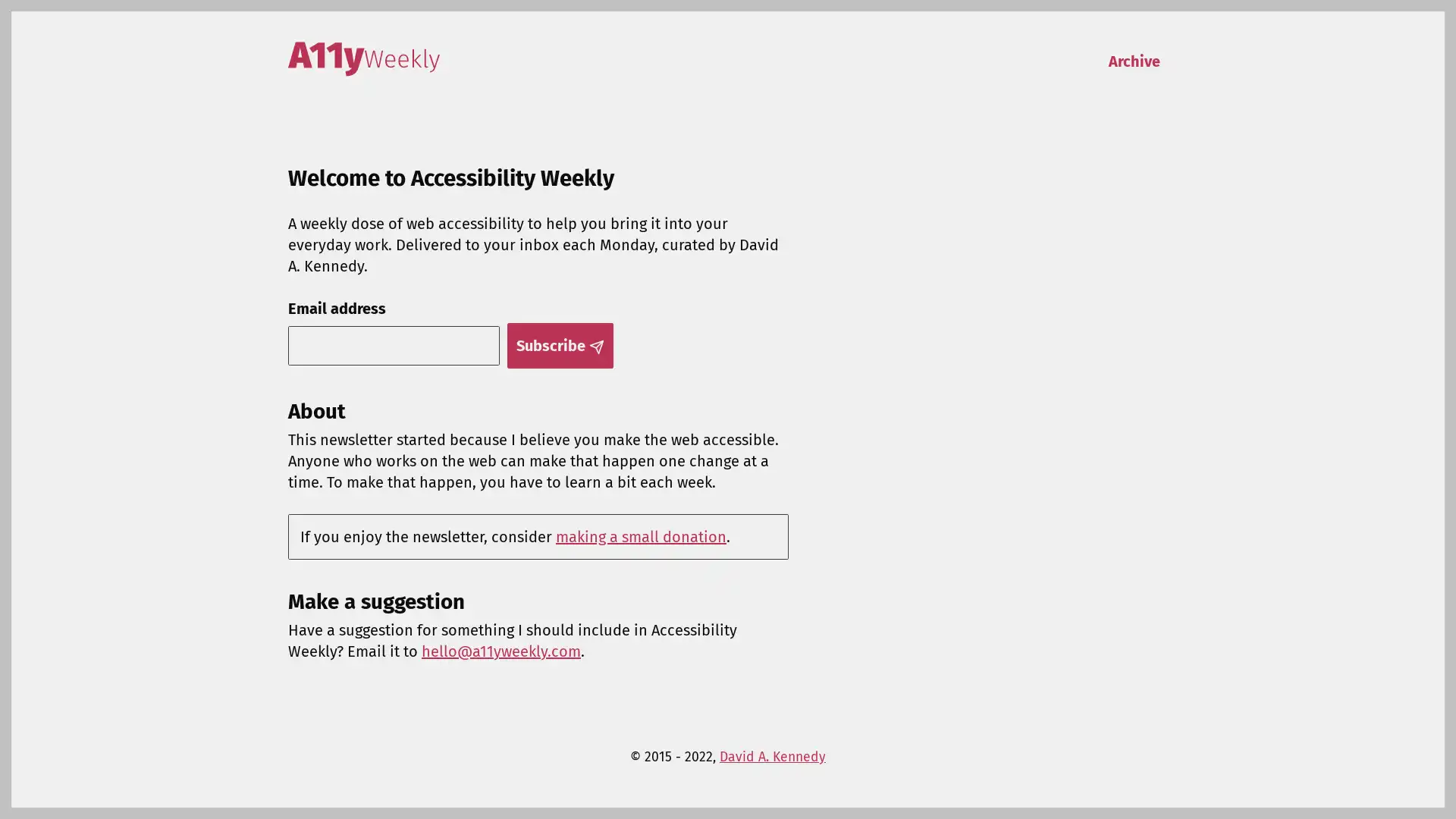 The height and width of the screenshot is (819, 1456). I want to click on Subscribe, so click(559, 345).